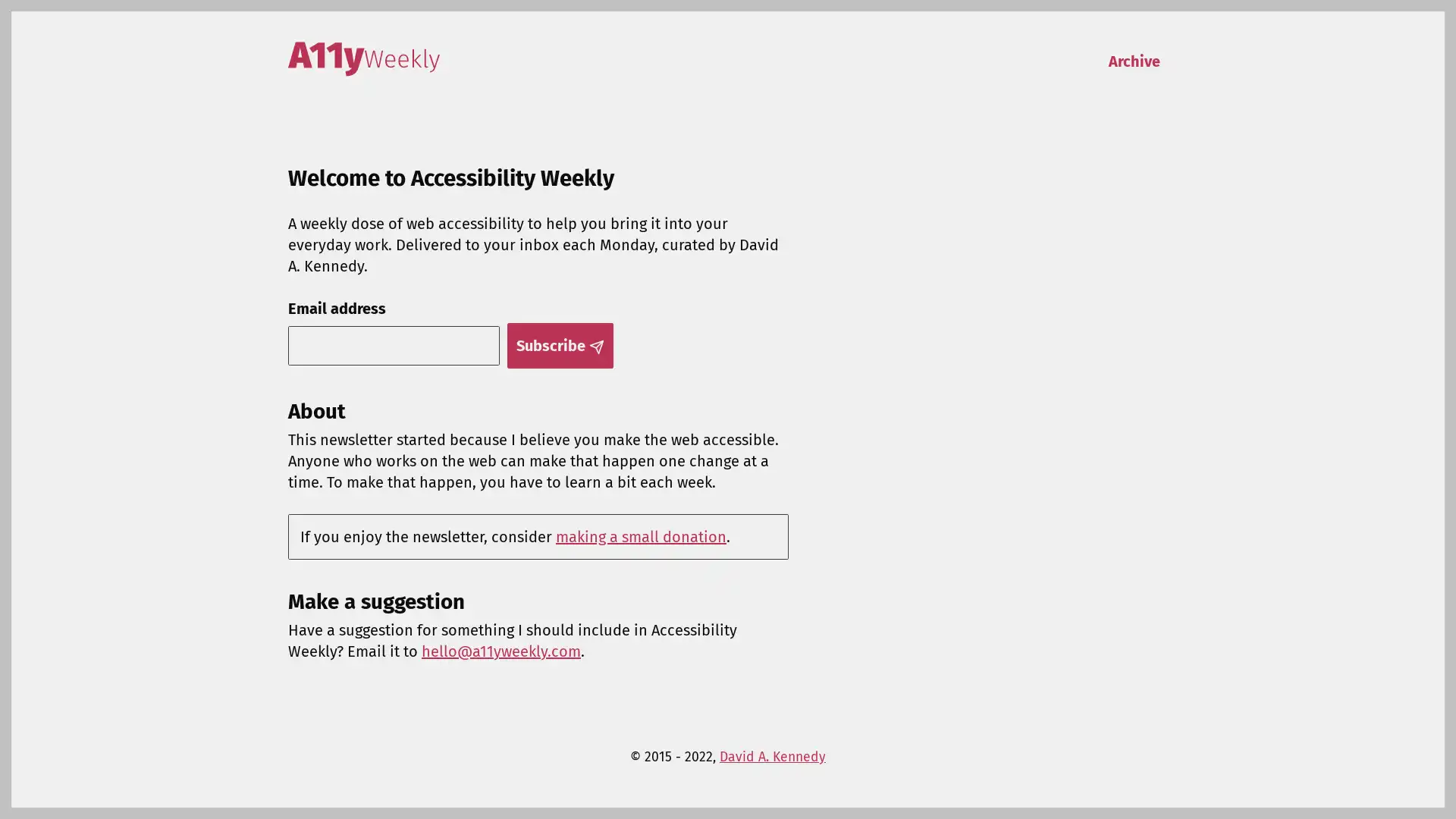 The height and width of the screenshot is (819, 1456). I want to click on Subscribe, so click(559, 345).